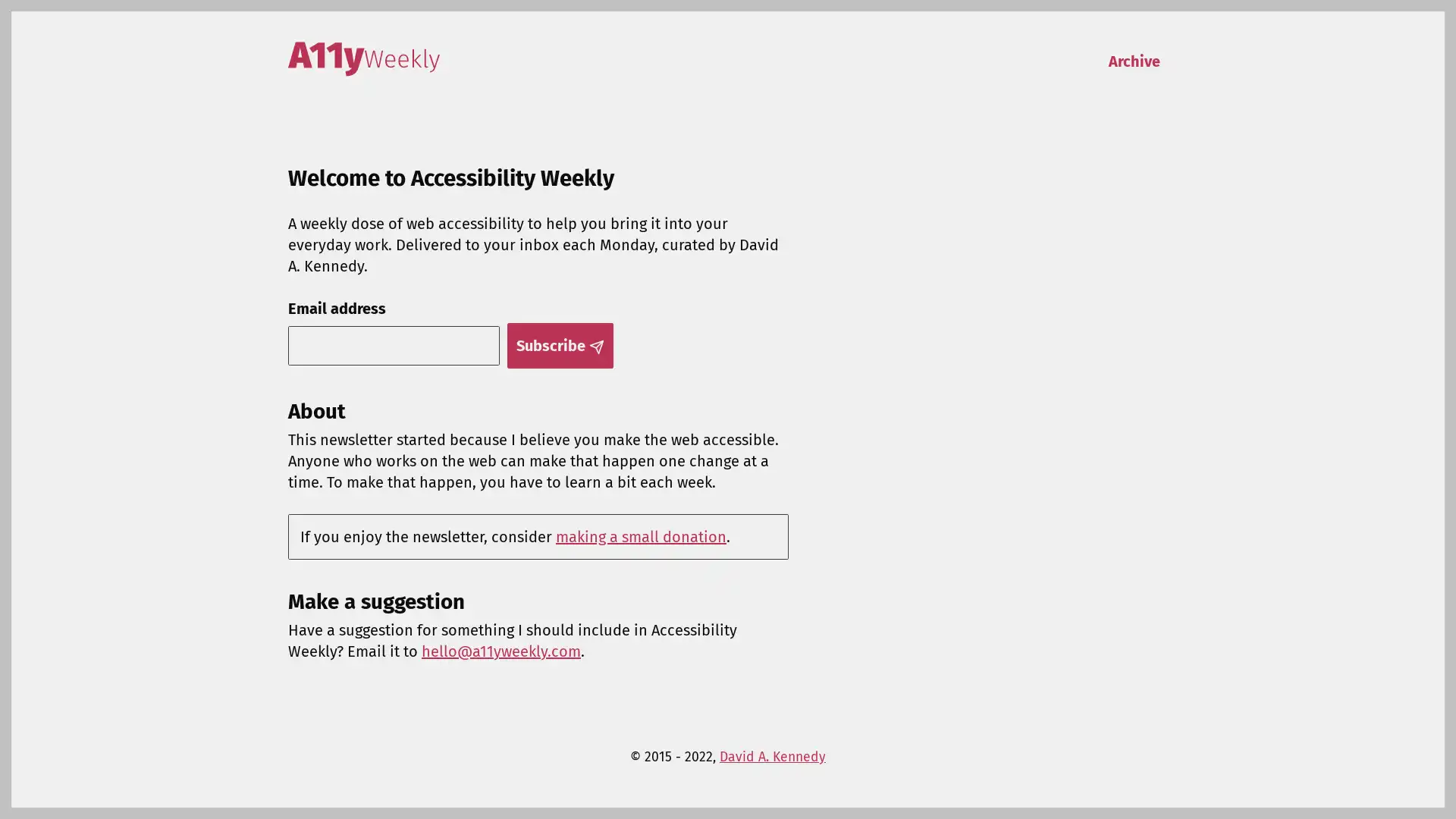 The height and width of the screenshot is (819, 1456). I want to click on Subscribe, so click(559, 345).